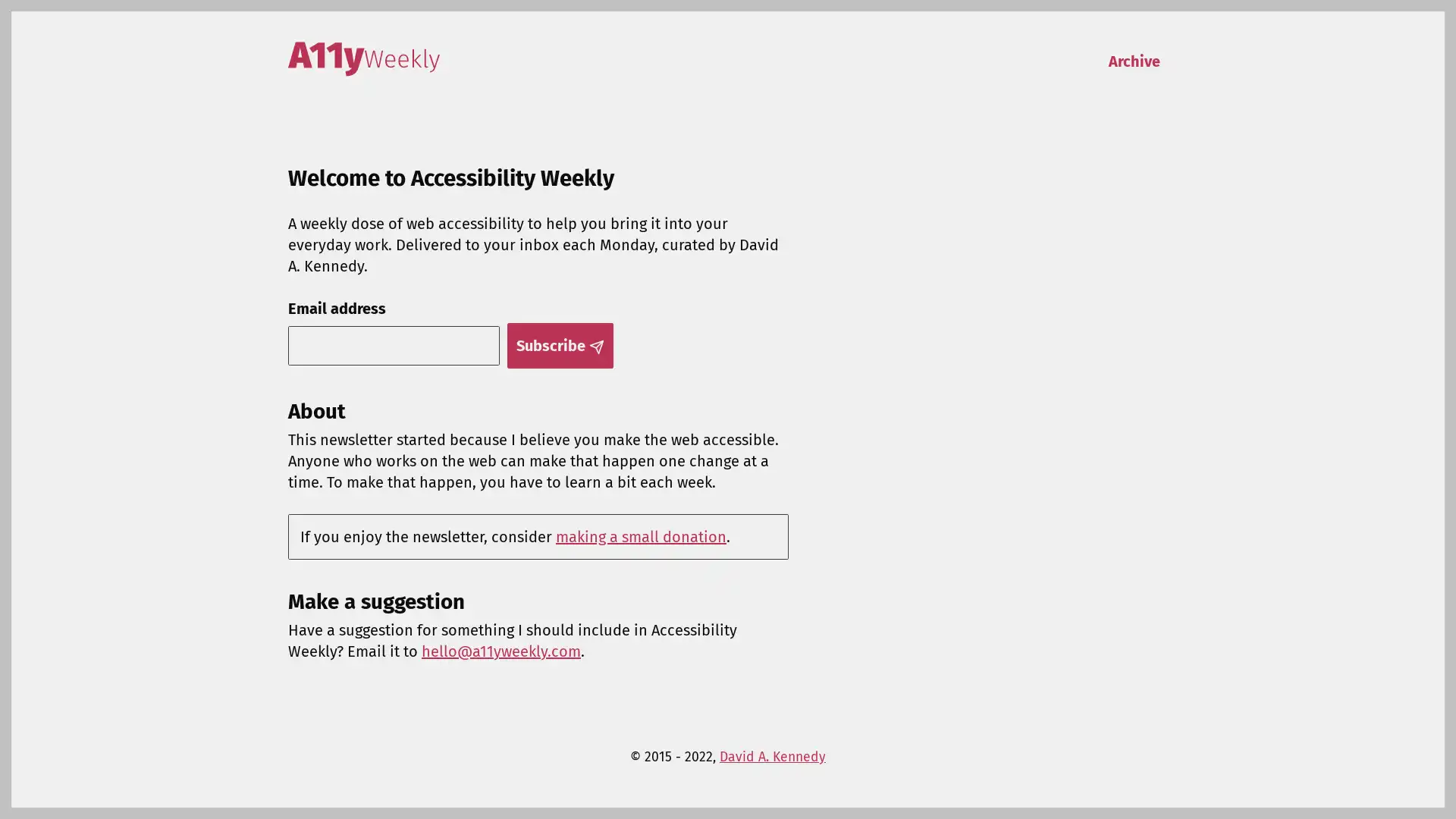 The height and width of the screenshot is (819, 1456). I want to click on Subscribe, so click(559, 345).